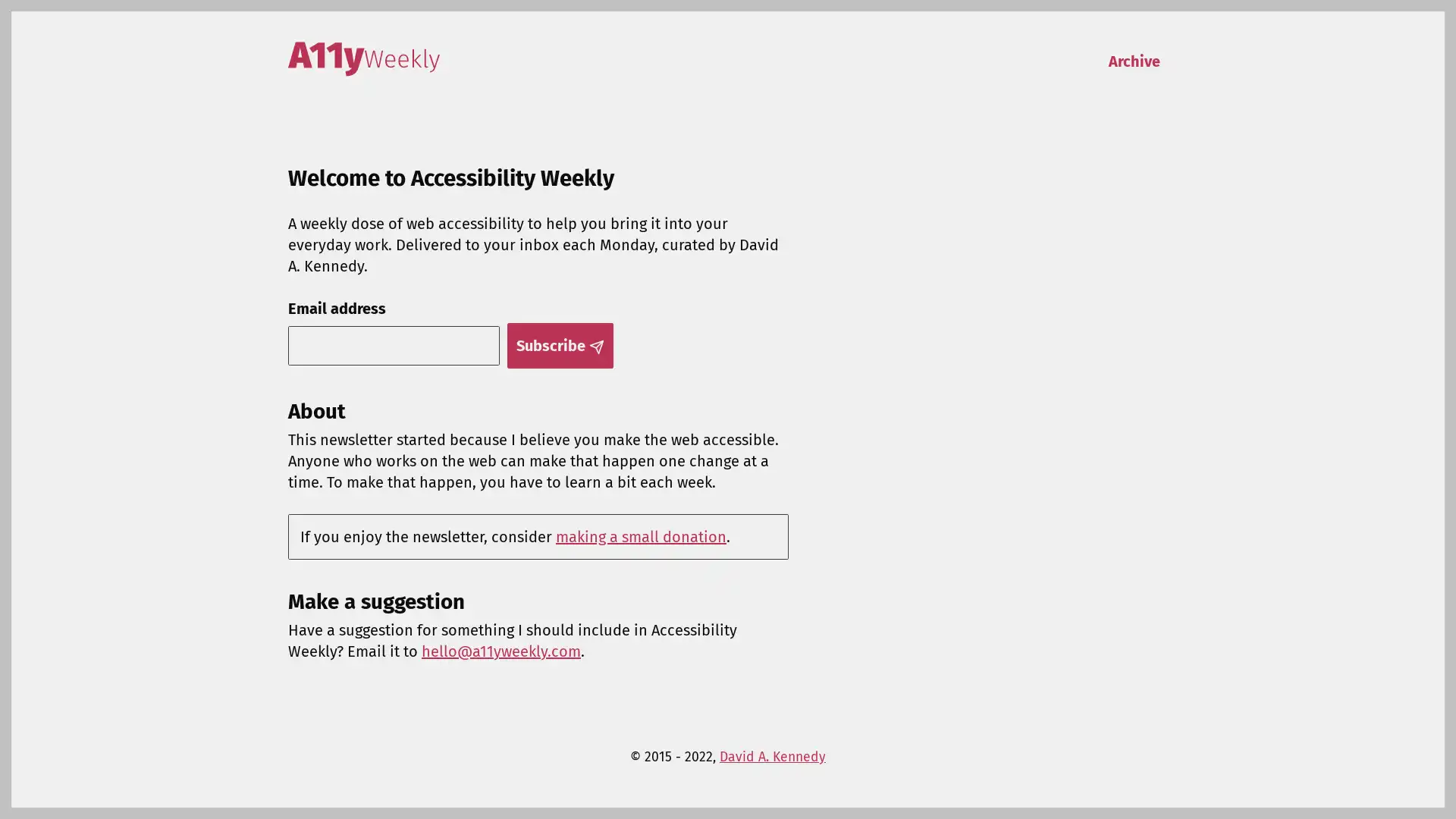 The height and width of the screenshot is (819, 1456). I want to click on Subscribe, so click(559, 345).